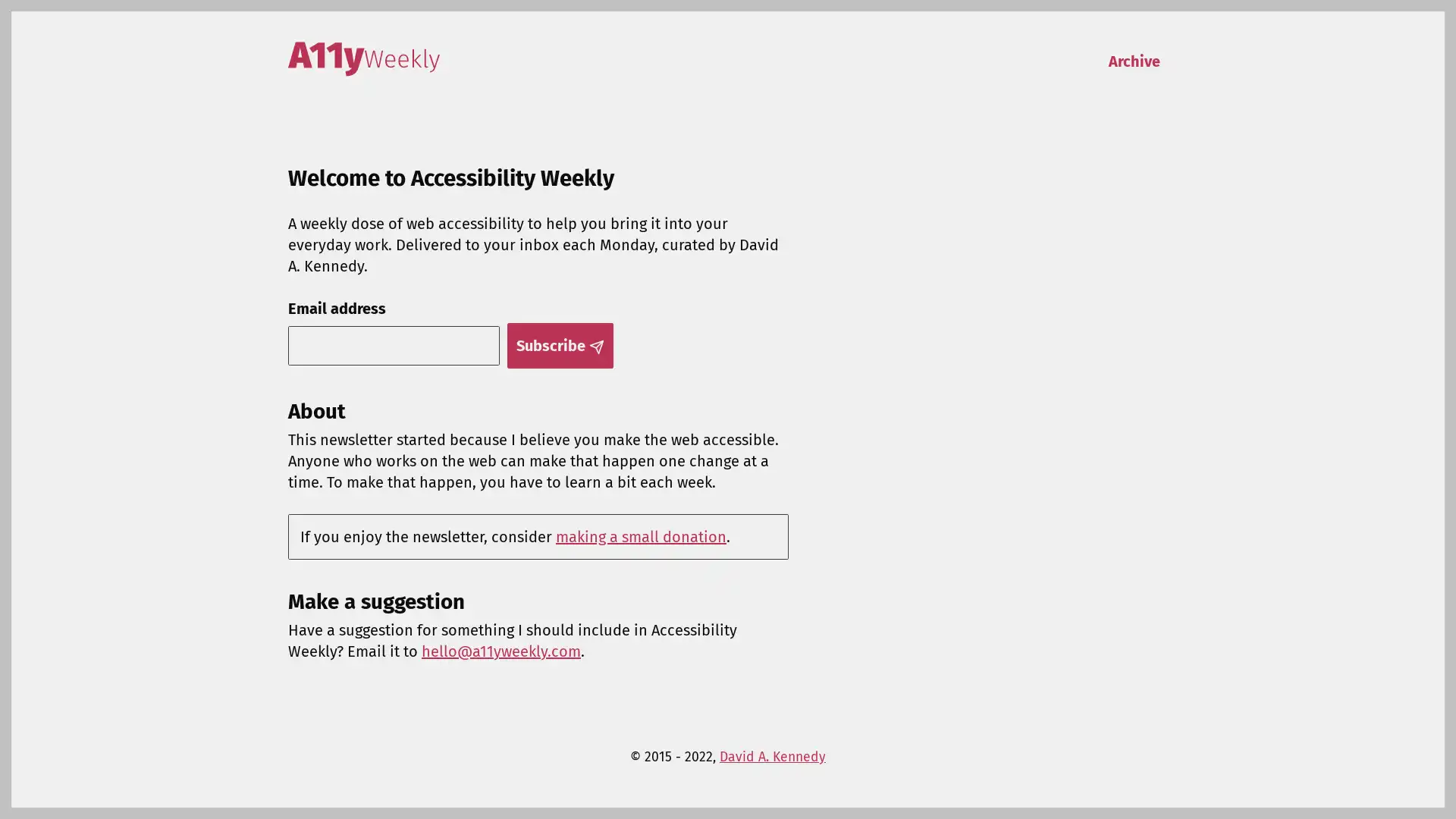 The height and width of the screenshot is (819, 1456). I want to click on Subscribe, so click(559, 345).